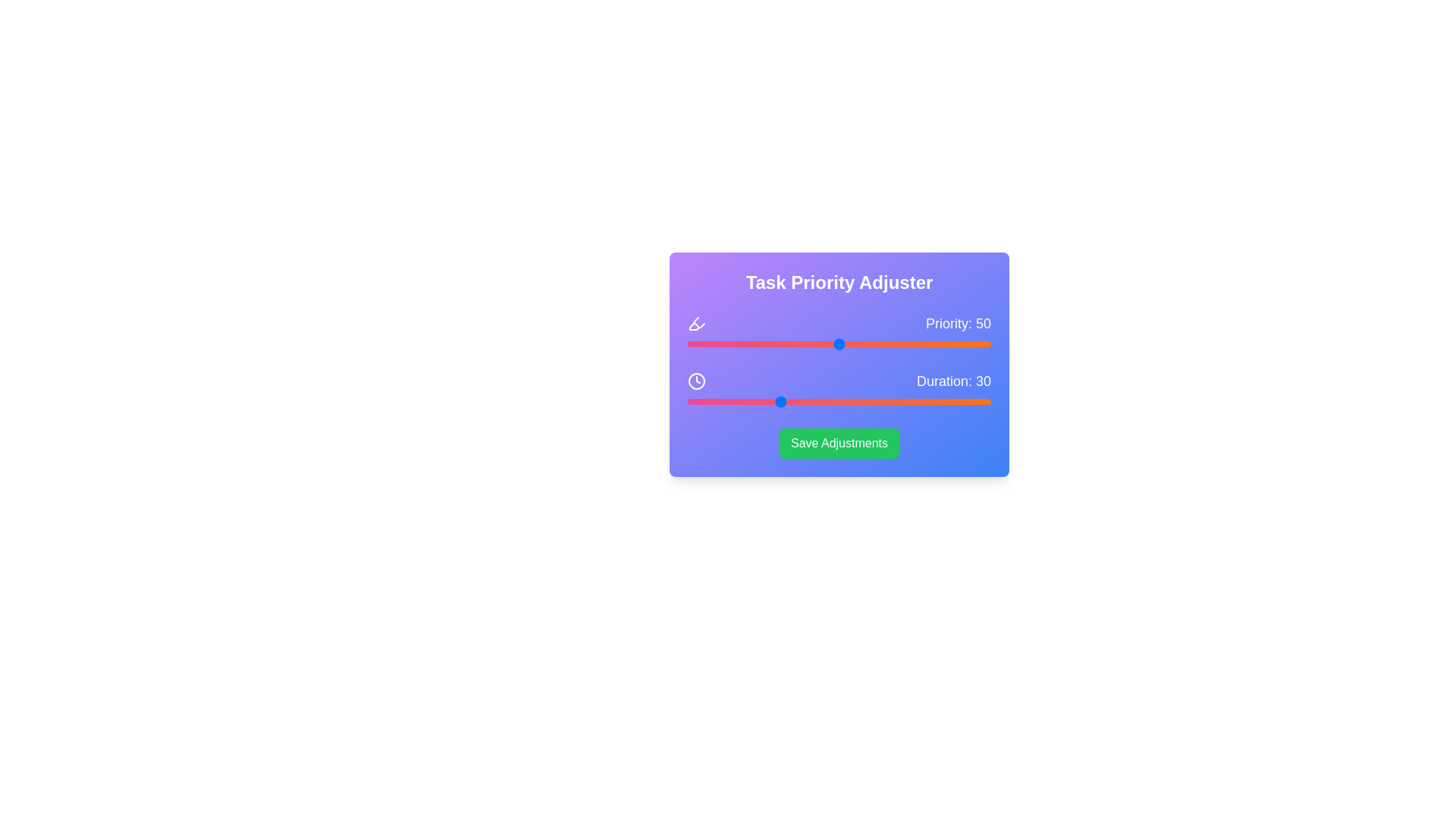 The height and width of the screenshot is (819, 1456). I want to click on the 'Duration' slider to 92 value, so click(966, 400).